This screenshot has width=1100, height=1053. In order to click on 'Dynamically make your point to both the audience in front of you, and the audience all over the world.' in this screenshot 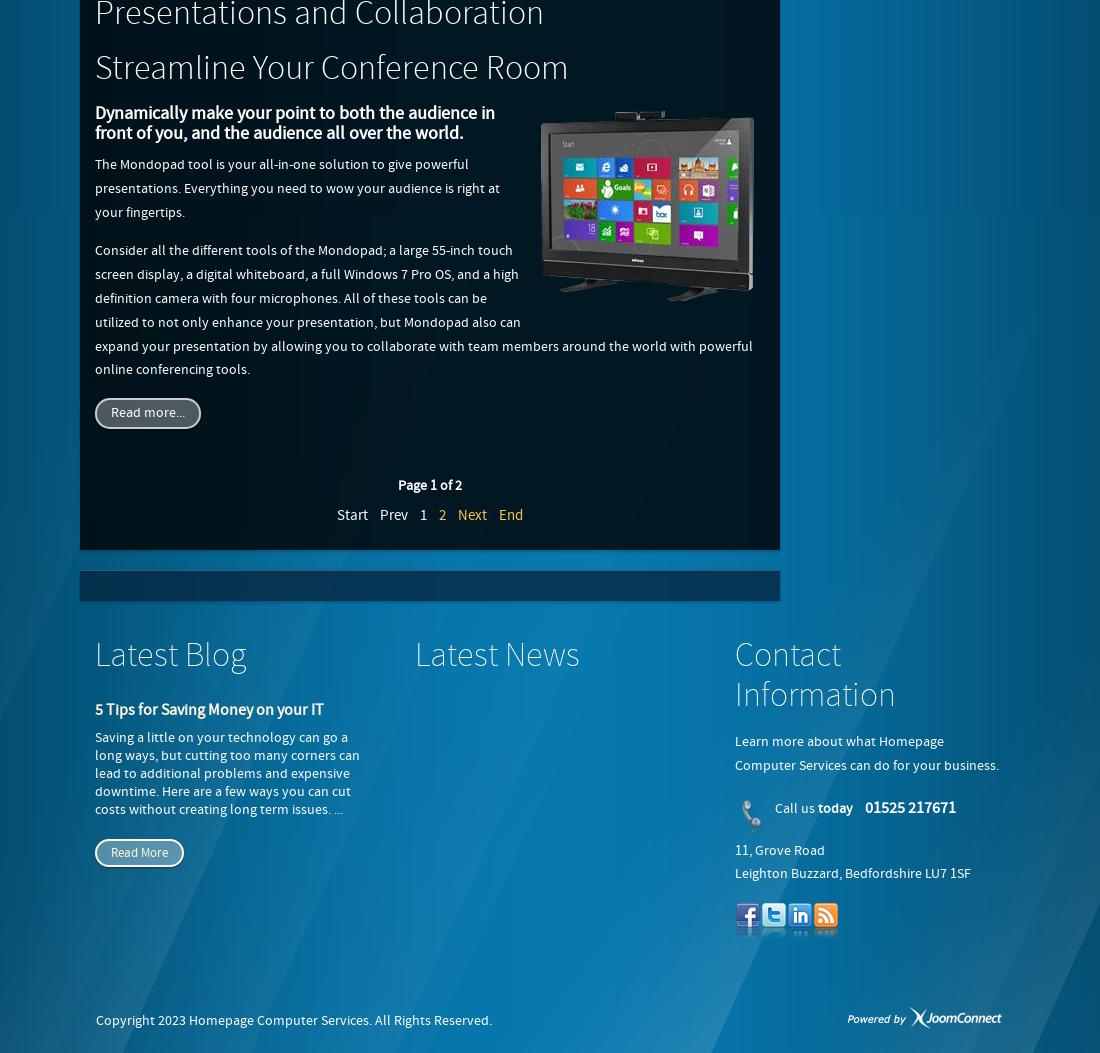, I will do `click(294, 123)`.